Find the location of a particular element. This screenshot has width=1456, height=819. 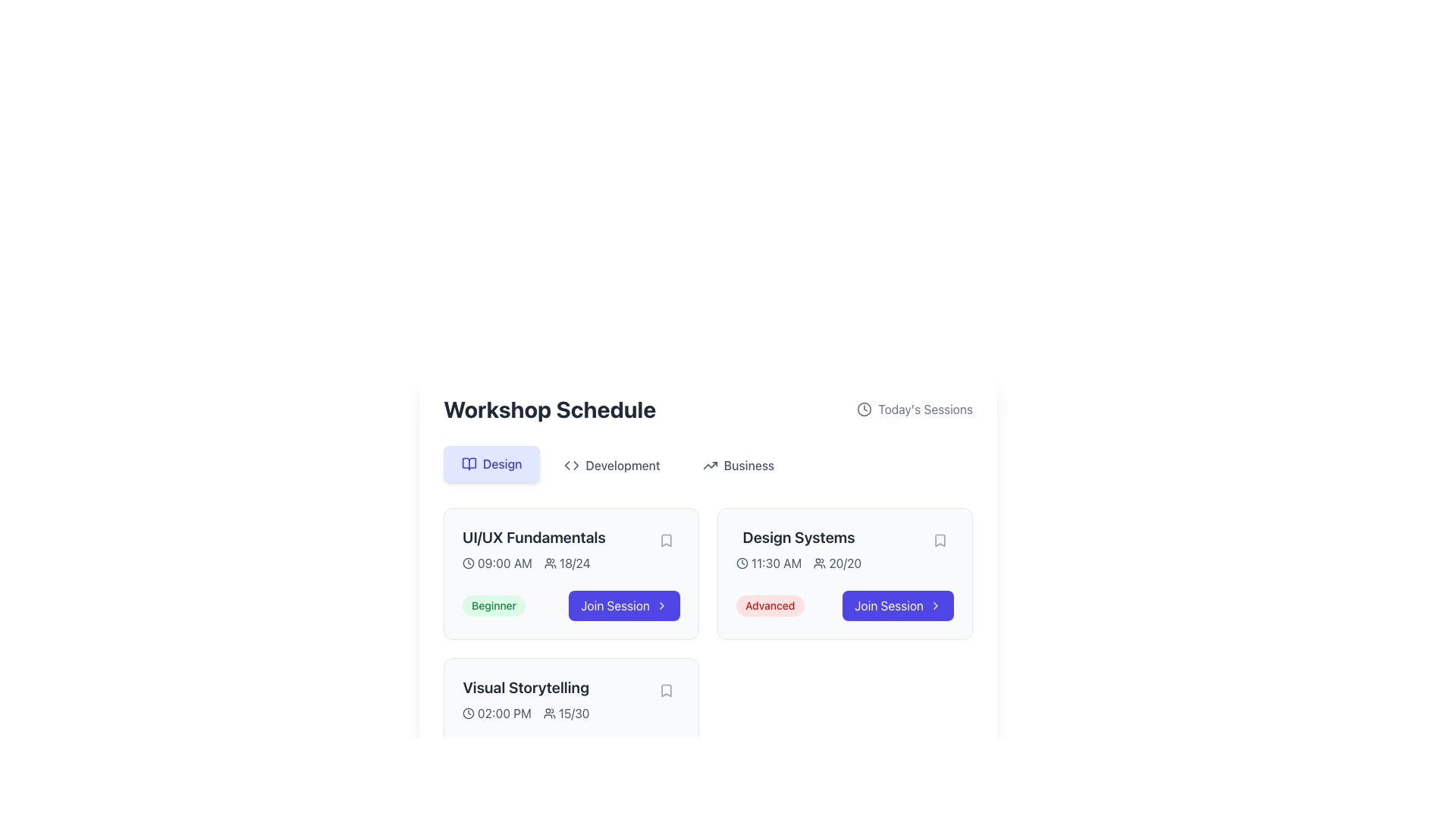

the decorative 'Business' icon located to the left of the 'Business' text in the horizontal group of tabs at the top of the interface is located at coordinates (709, 464).